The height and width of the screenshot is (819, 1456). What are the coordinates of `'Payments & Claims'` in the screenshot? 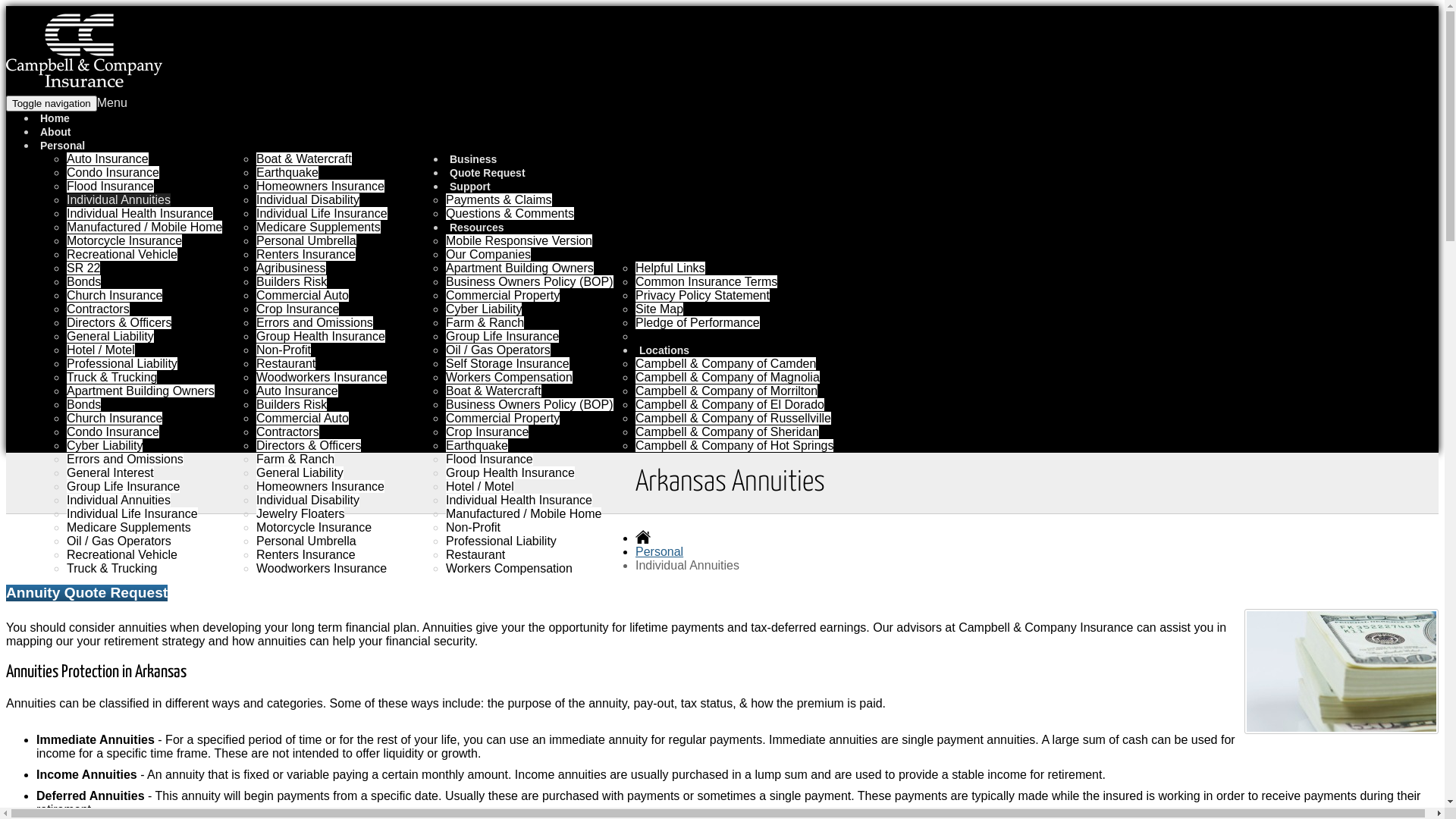 It's located at (498, 199).